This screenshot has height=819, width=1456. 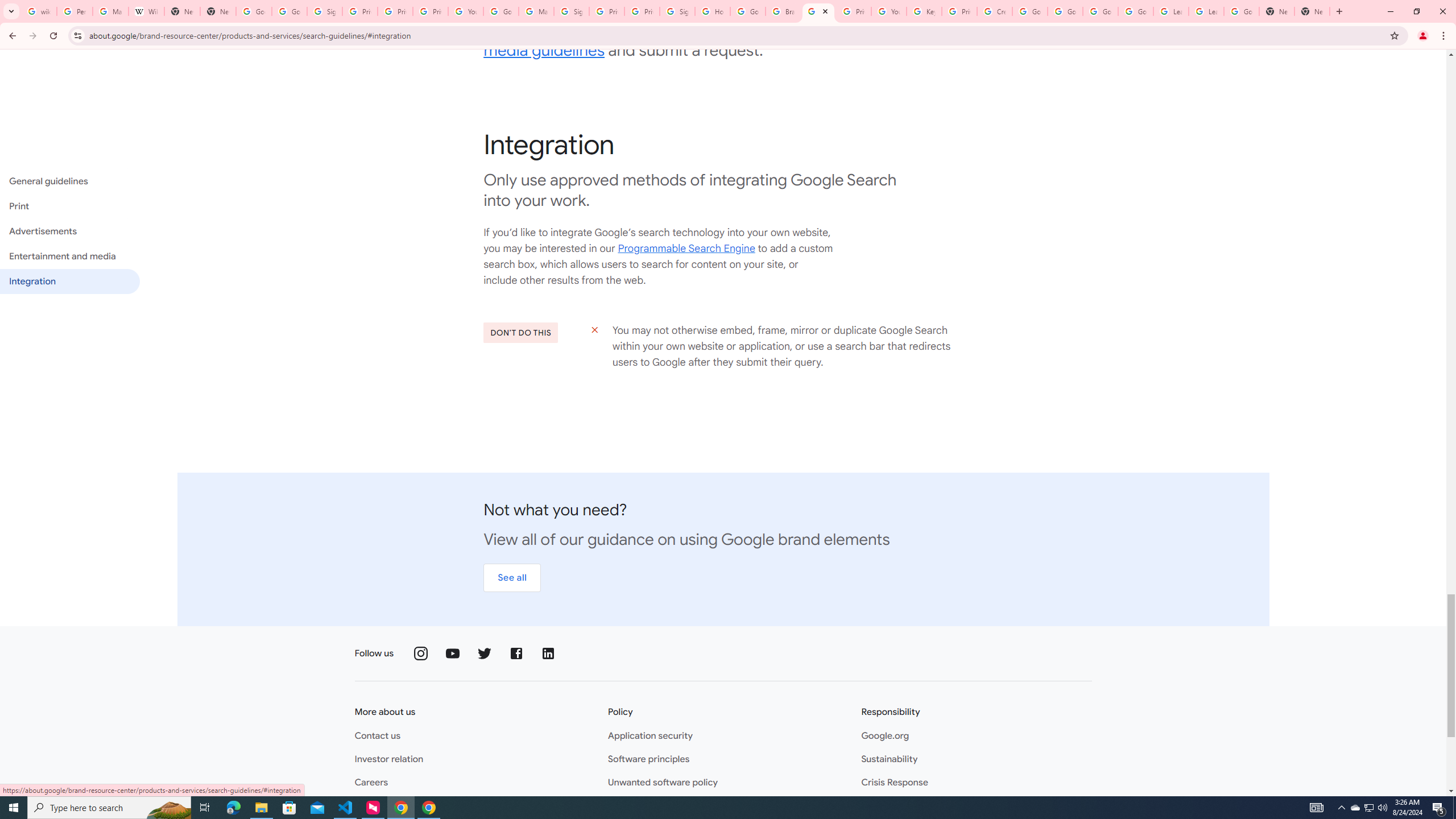 What do you see at coordinates (1064, 11) in the screenshot?
I see `'Google Account Help'` at bounding box center [1064, 11].